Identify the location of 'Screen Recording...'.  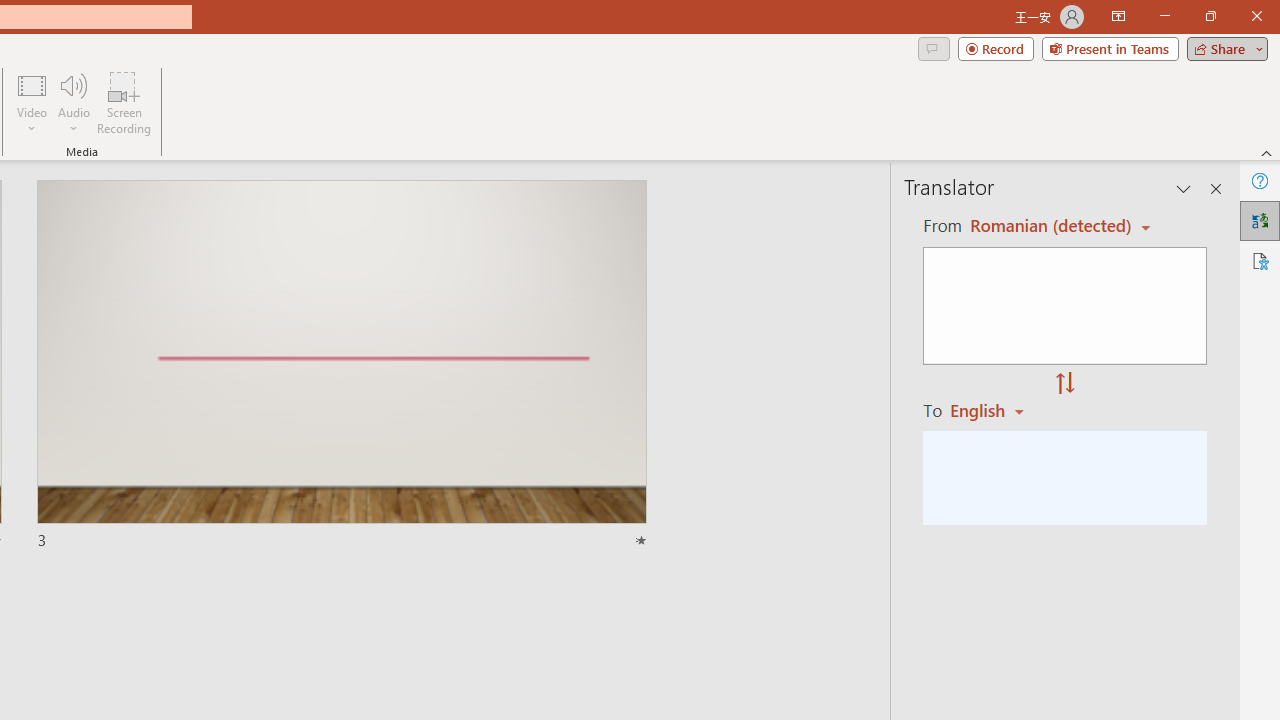
(123, 103).